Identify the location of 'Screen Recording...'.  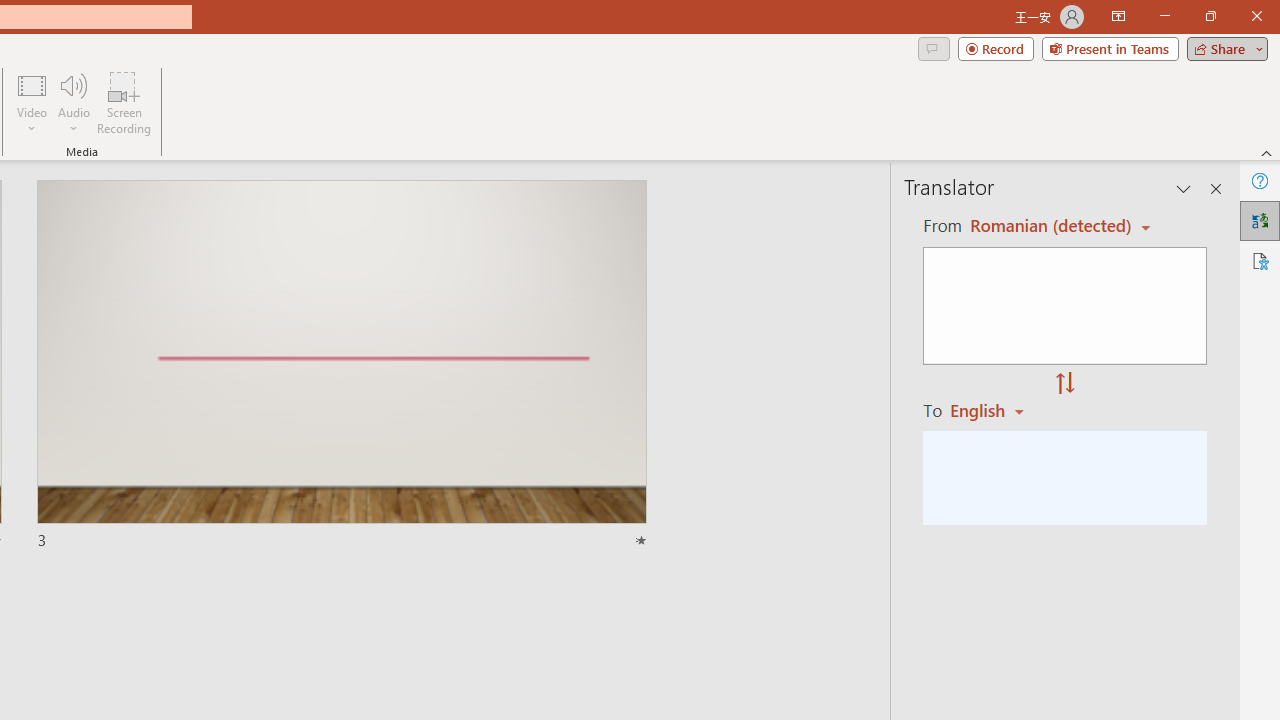
(123, 103).